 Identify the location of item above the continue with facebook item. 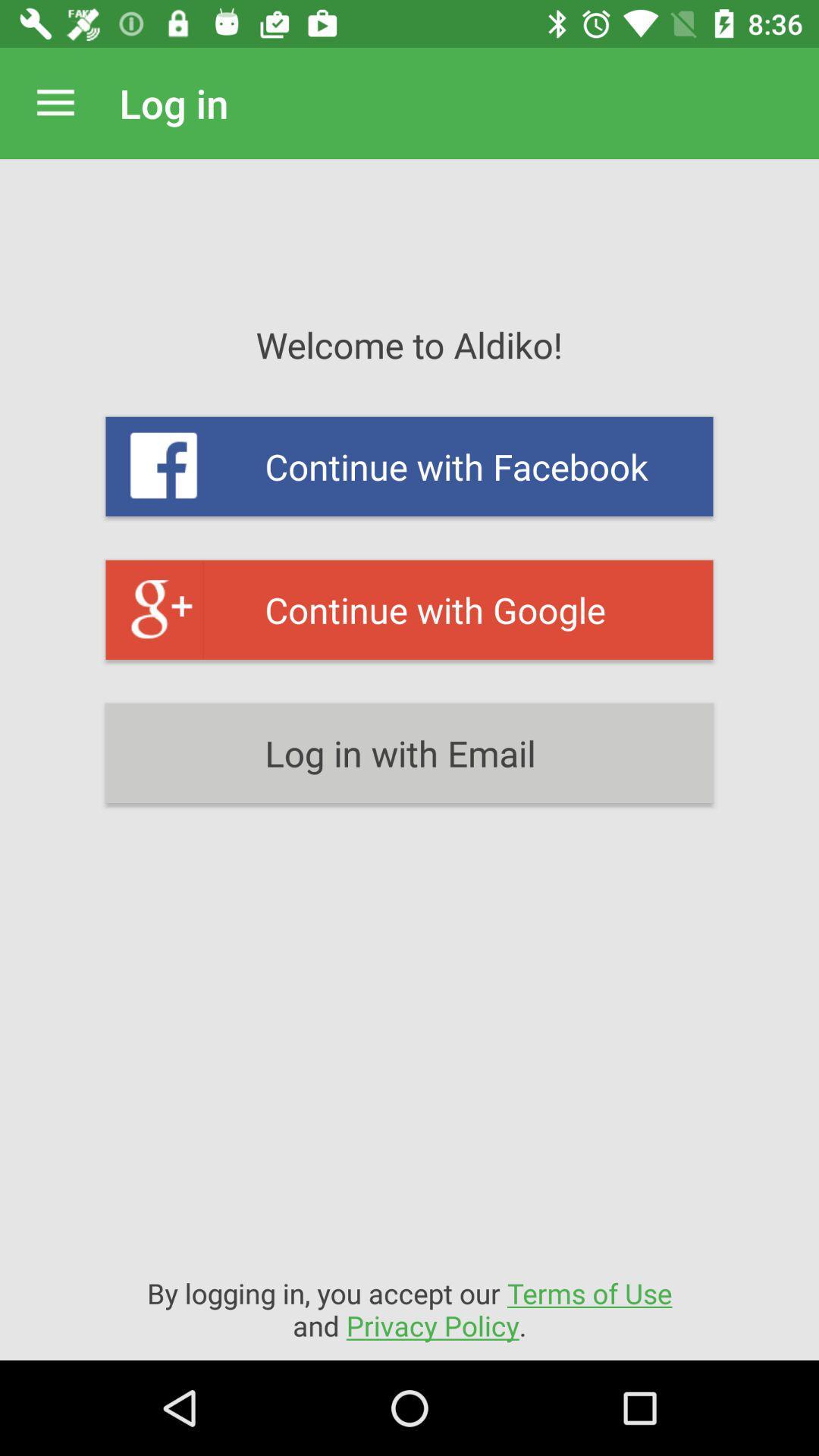
(55, 102).